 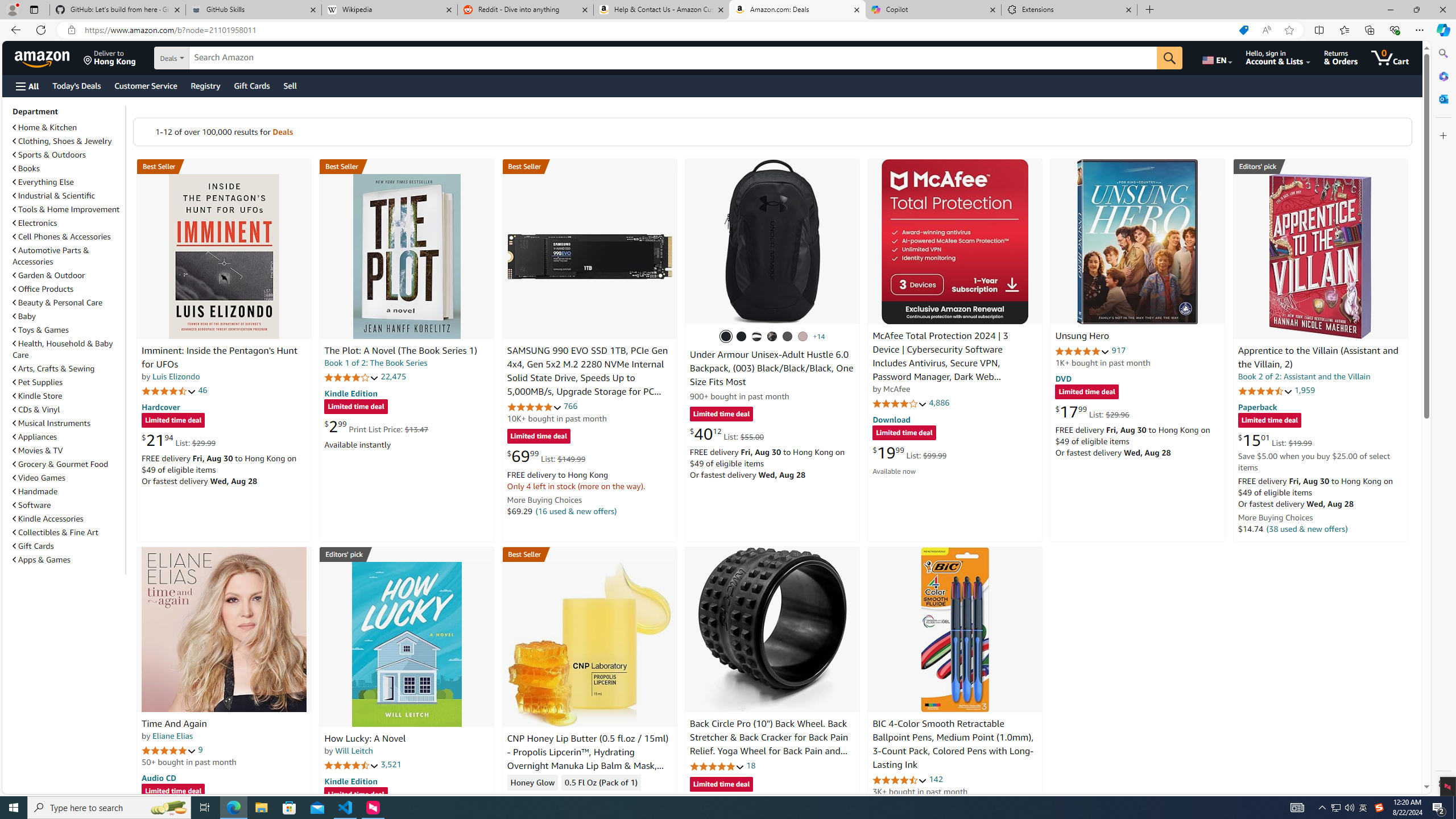 I want to click on '(002) Black / Black / White', so click(x=755, y=336).